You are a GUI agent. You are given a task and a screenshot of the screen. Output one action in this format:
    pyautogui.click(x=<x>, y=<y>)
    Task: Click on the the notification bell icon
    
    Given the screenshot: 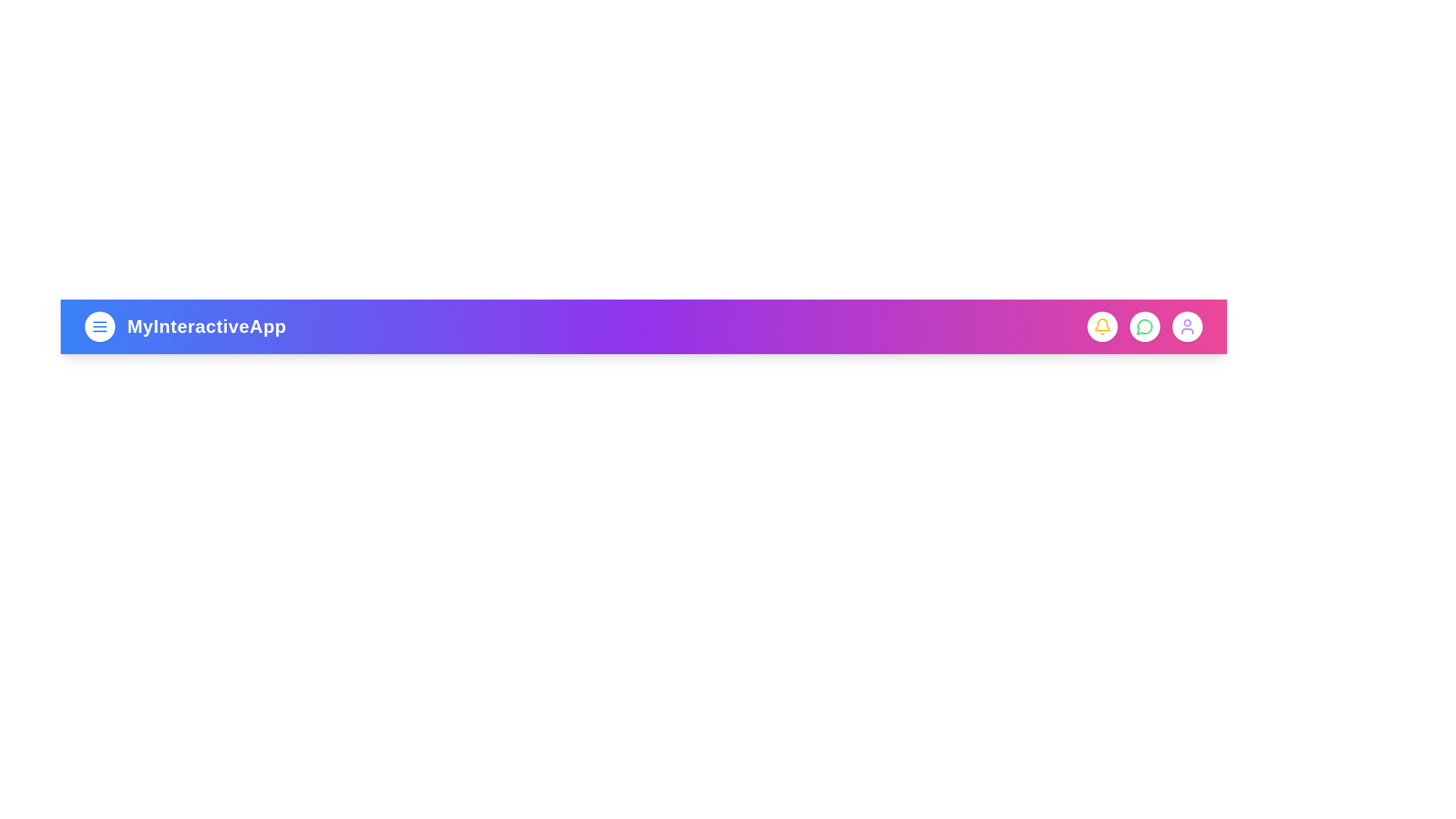 What is the action you would take?
    pyautogui.click(x=1103, y=326)
    